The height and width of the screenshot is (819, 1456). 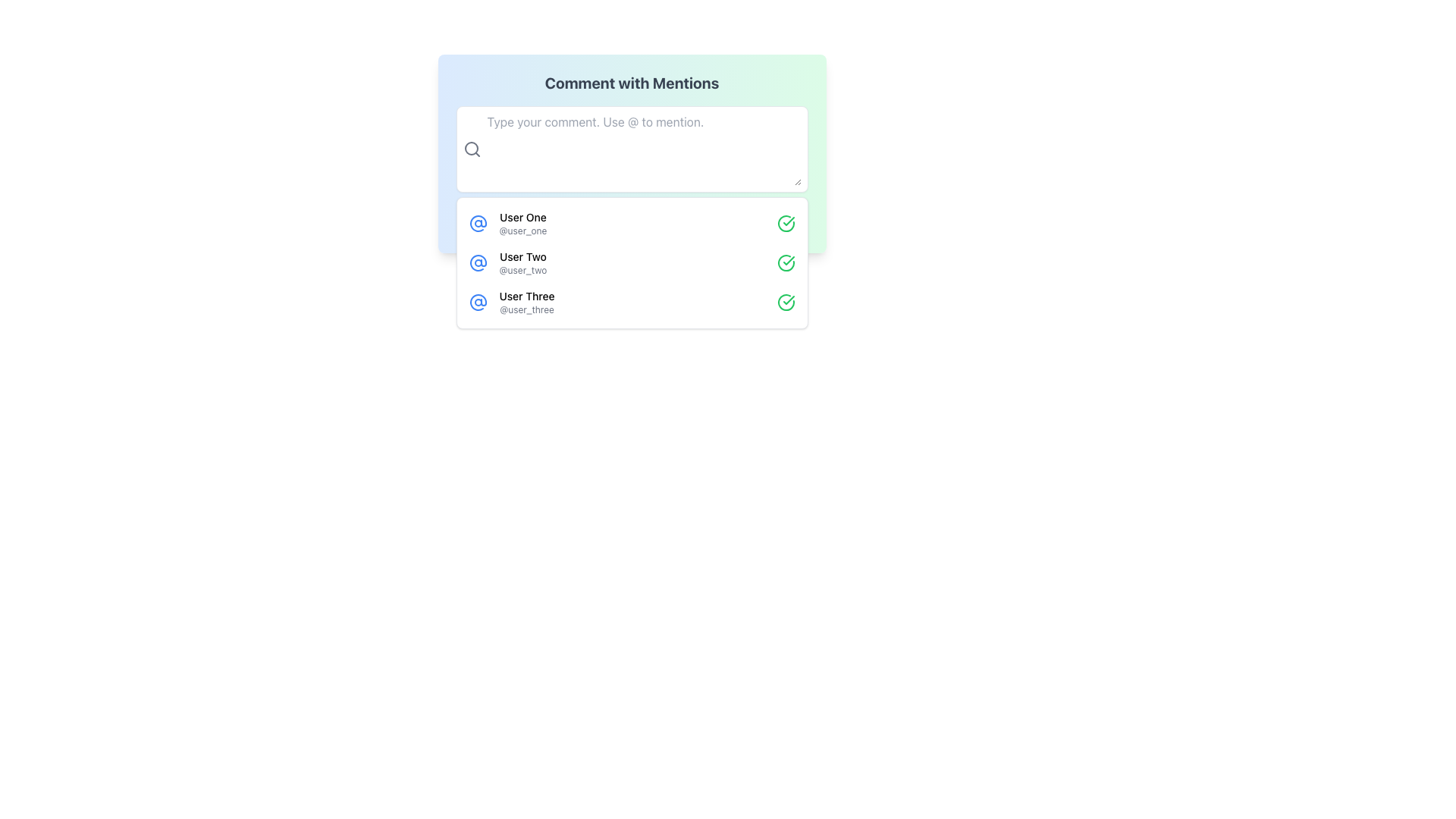 What do you see at coordinates (632, 302) in the screenshot?
I see `the third entry in the selection menu` at bounding box center [632, 302].